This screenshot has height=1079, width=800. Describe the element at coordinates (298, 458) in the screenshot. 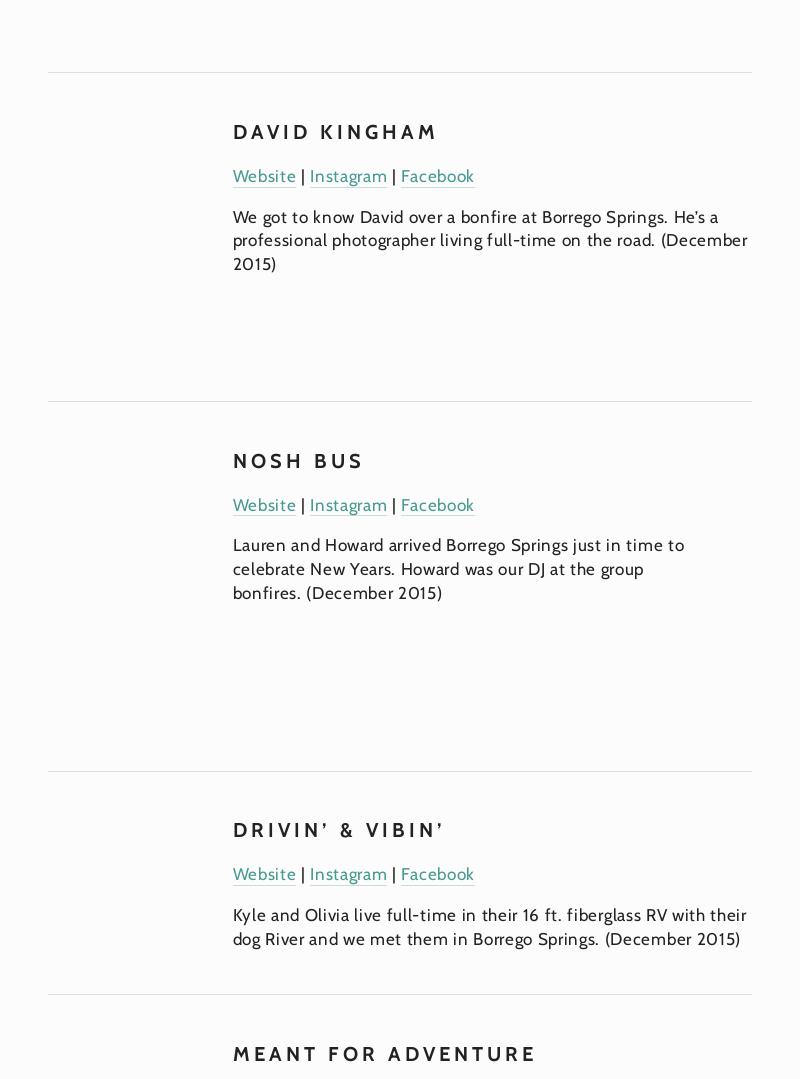

I see `'Nosh Bus'` at that location.